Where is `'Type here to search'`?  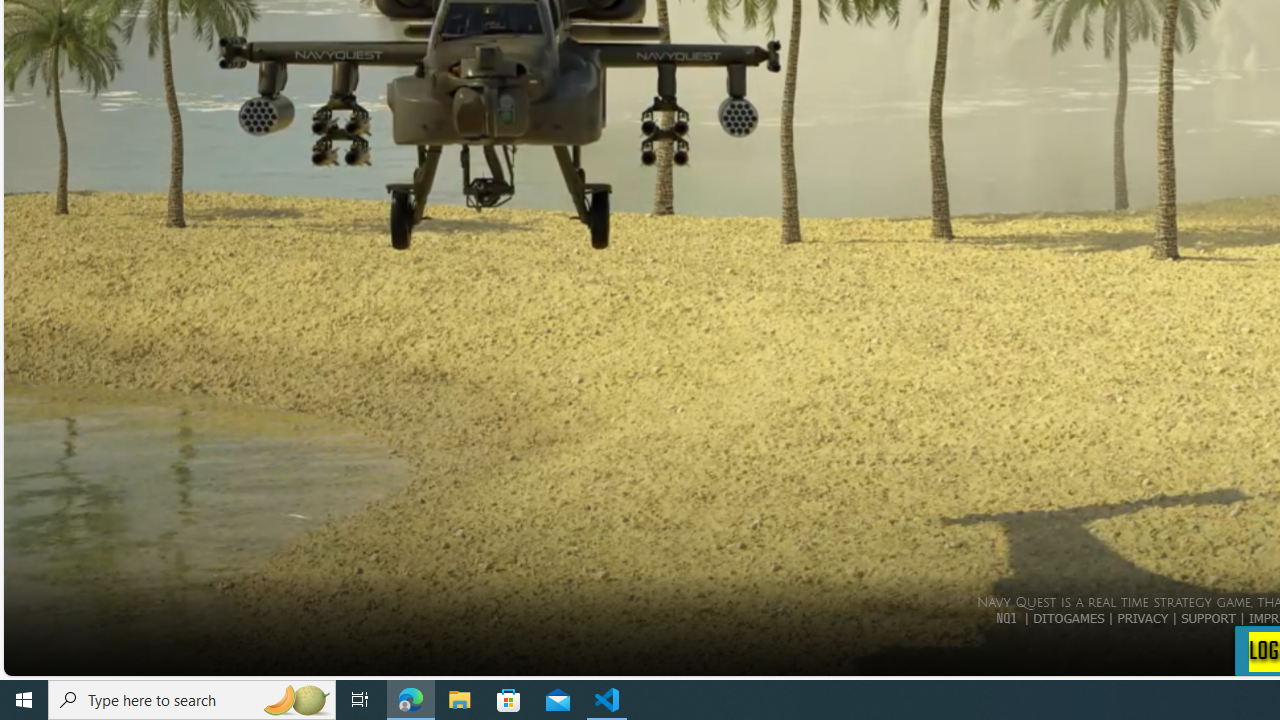 'Type here to search' is located at coordinates (192, 698).